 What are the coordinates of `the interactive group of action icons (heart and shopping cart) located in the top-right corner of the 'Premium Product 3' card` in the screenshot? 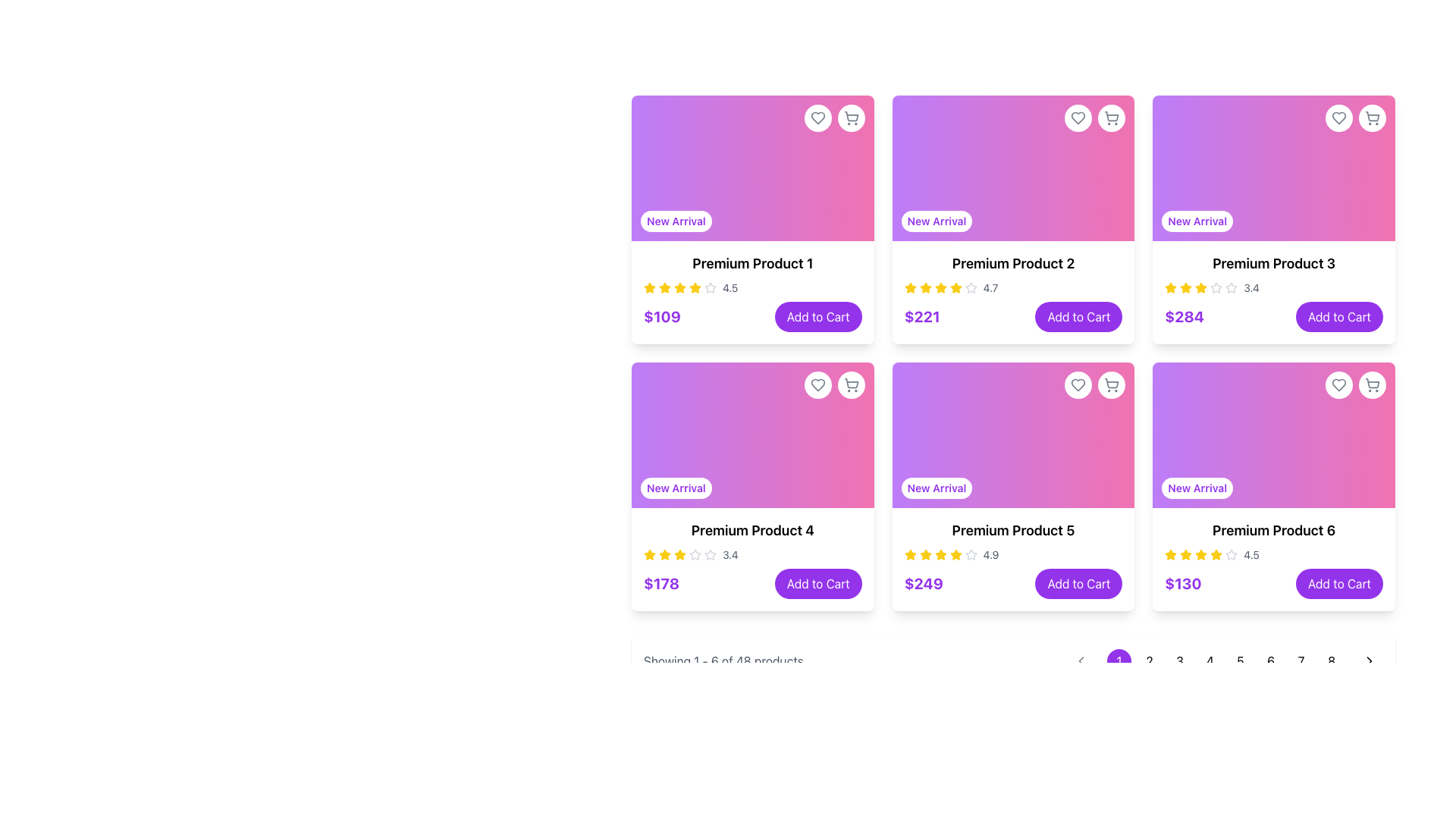 It's located at (1355, 117).